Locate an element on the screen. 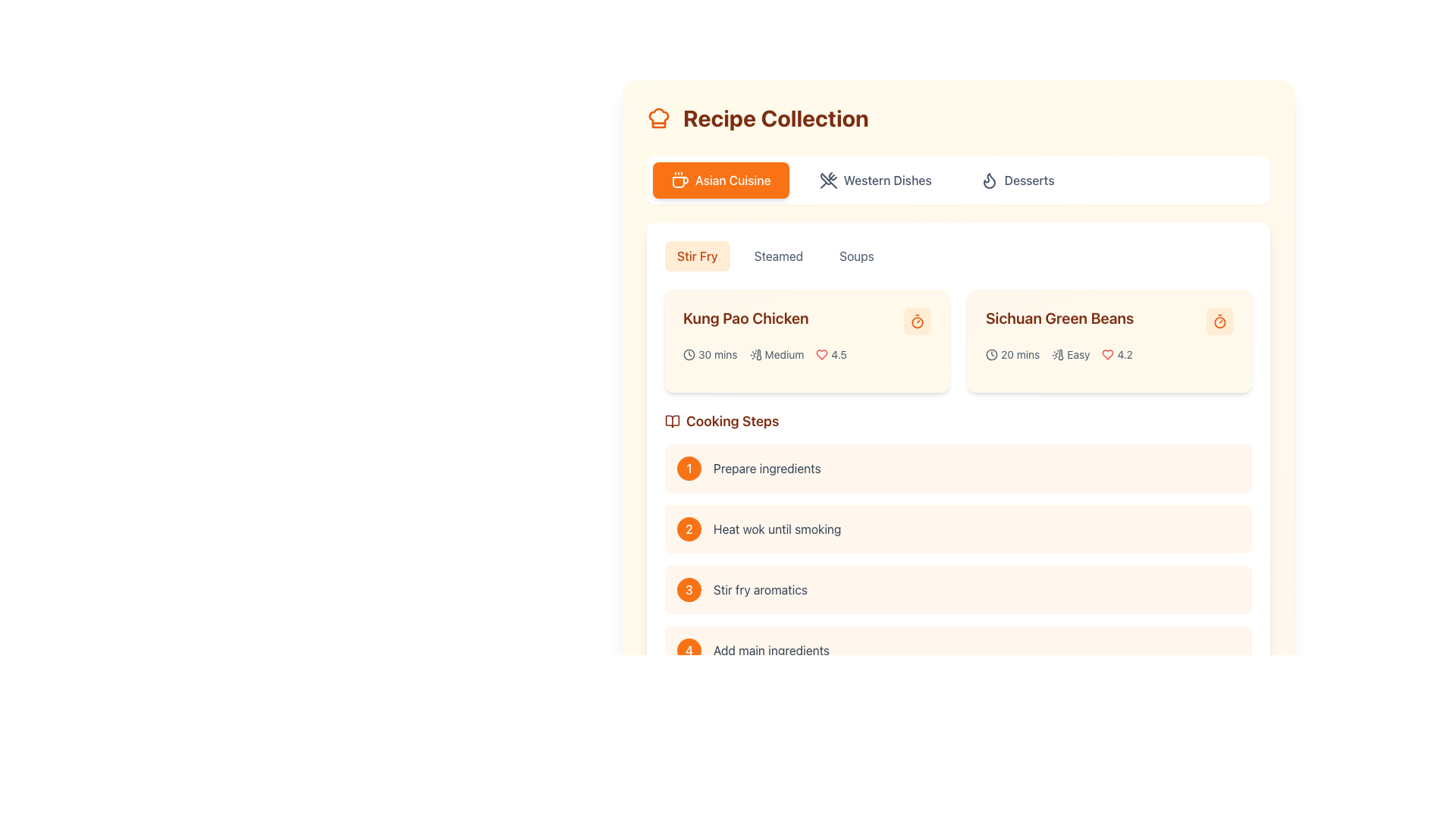 This screenshot has height=819, width=1456. the 'Western Dishes' button, which is the second button in a horizontal list of three buttons at the top center of the interface is located at coordinates (875, 180).